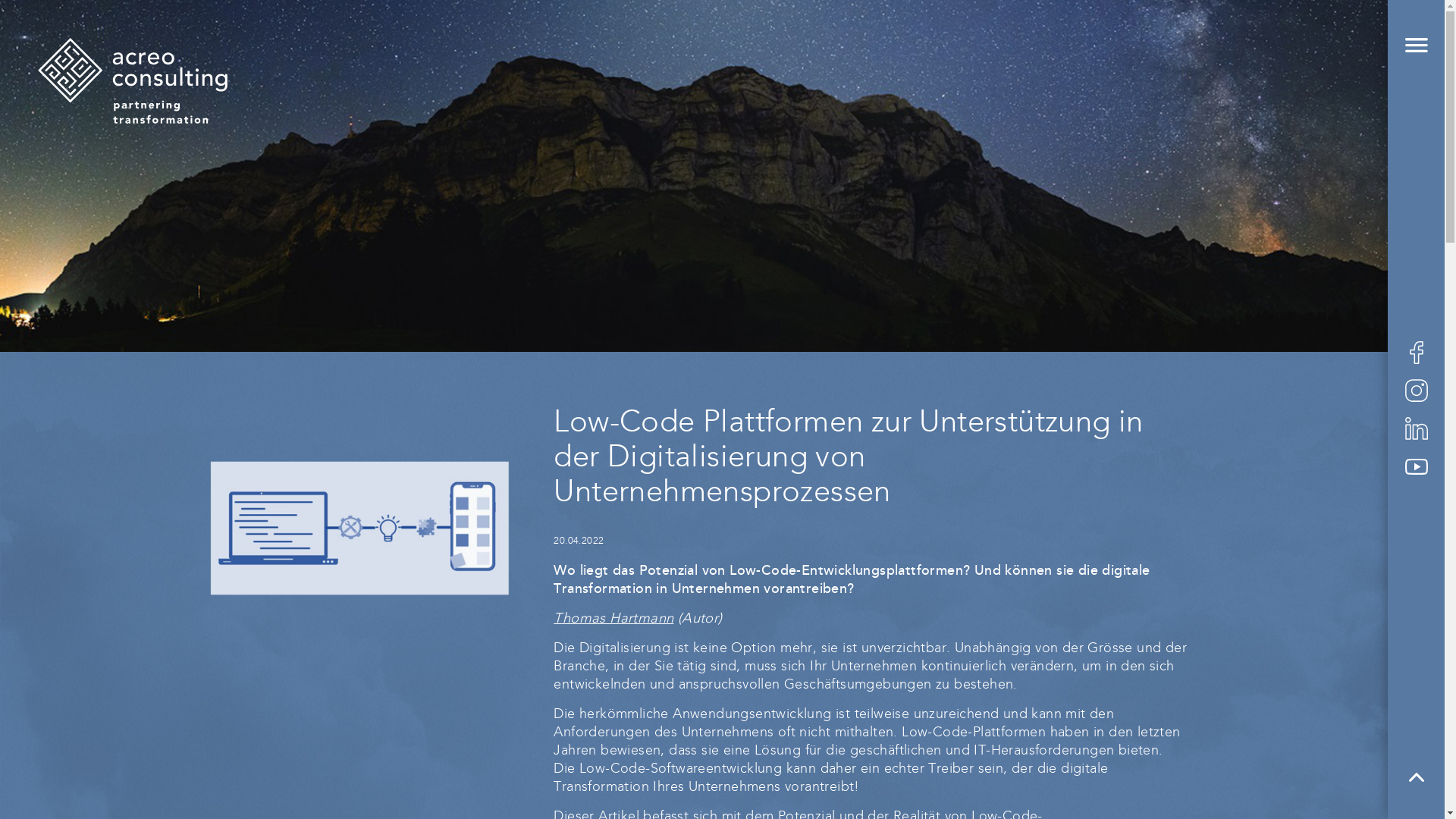 This screenshot has width=1456, height=819. What do you see at coordinates (132, 119) in the screenshot?
I see `'Startseite'` at bounding box center [132, 119].